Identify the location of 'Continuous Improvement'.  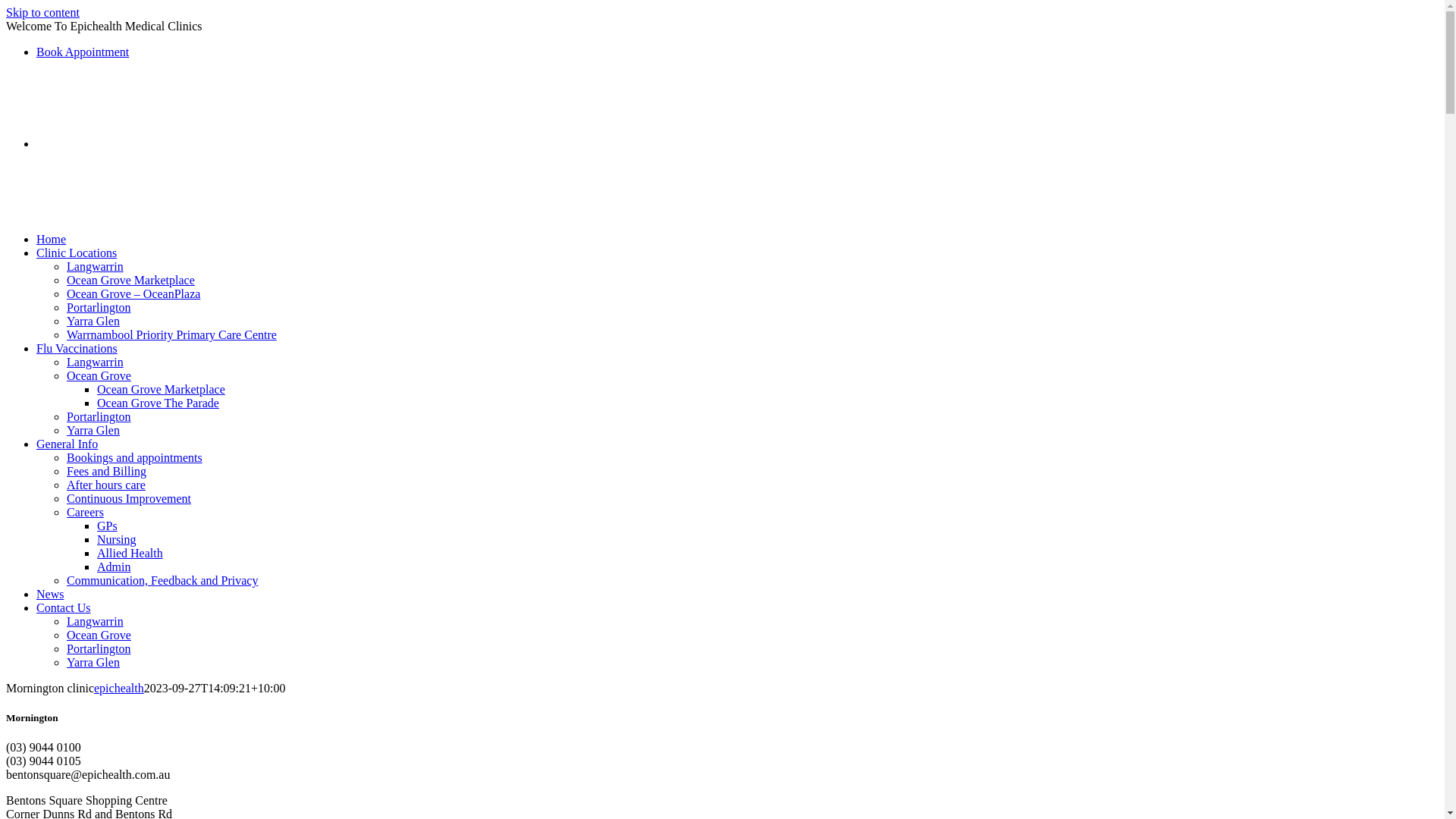
(128, 498).